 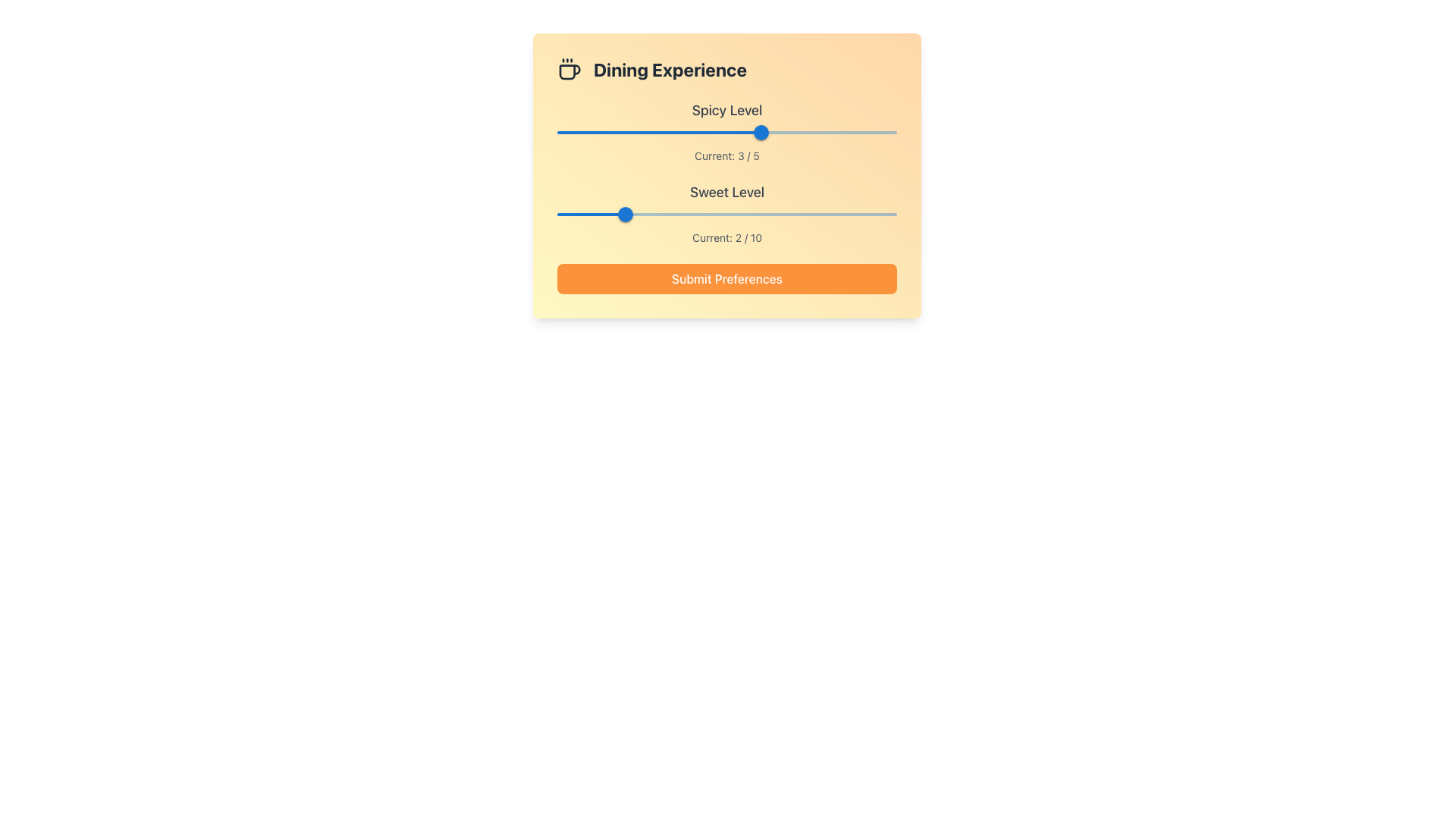 What do you see at coordinates (708, 214) in the screenshot?
I see `the sweet level` at bounding box center [708, 214].